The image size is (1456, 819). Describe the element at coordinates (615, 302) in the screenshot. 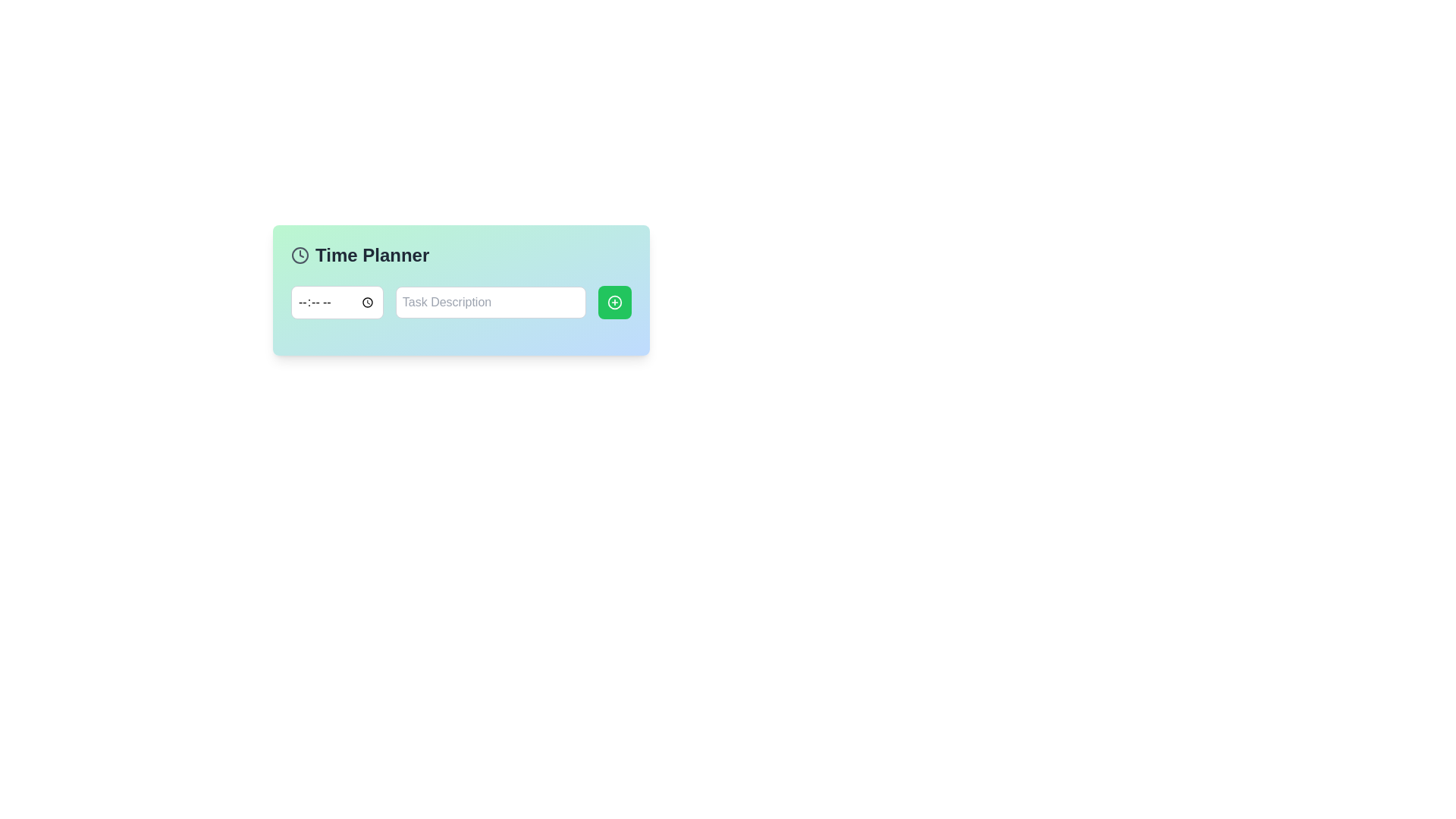

I see `the SVG circle component, which is a circular outline part of a green button with a white plus sign, located at the right-hand side of the 'Time Planner' widget` at that location.